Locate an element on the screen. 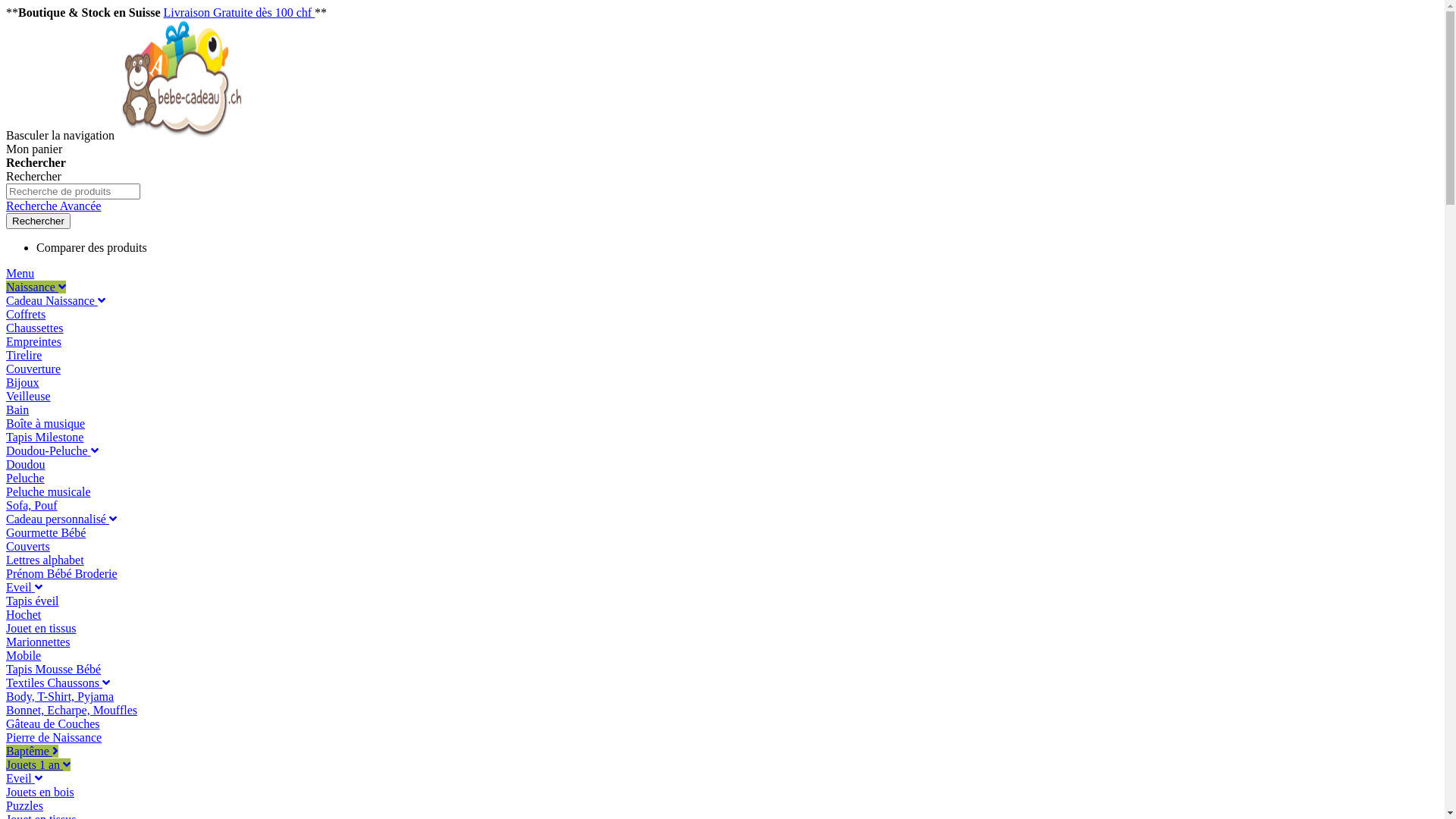 The image size is (1456, 819). 'Puzzles' is located at coordinates (6, 805).